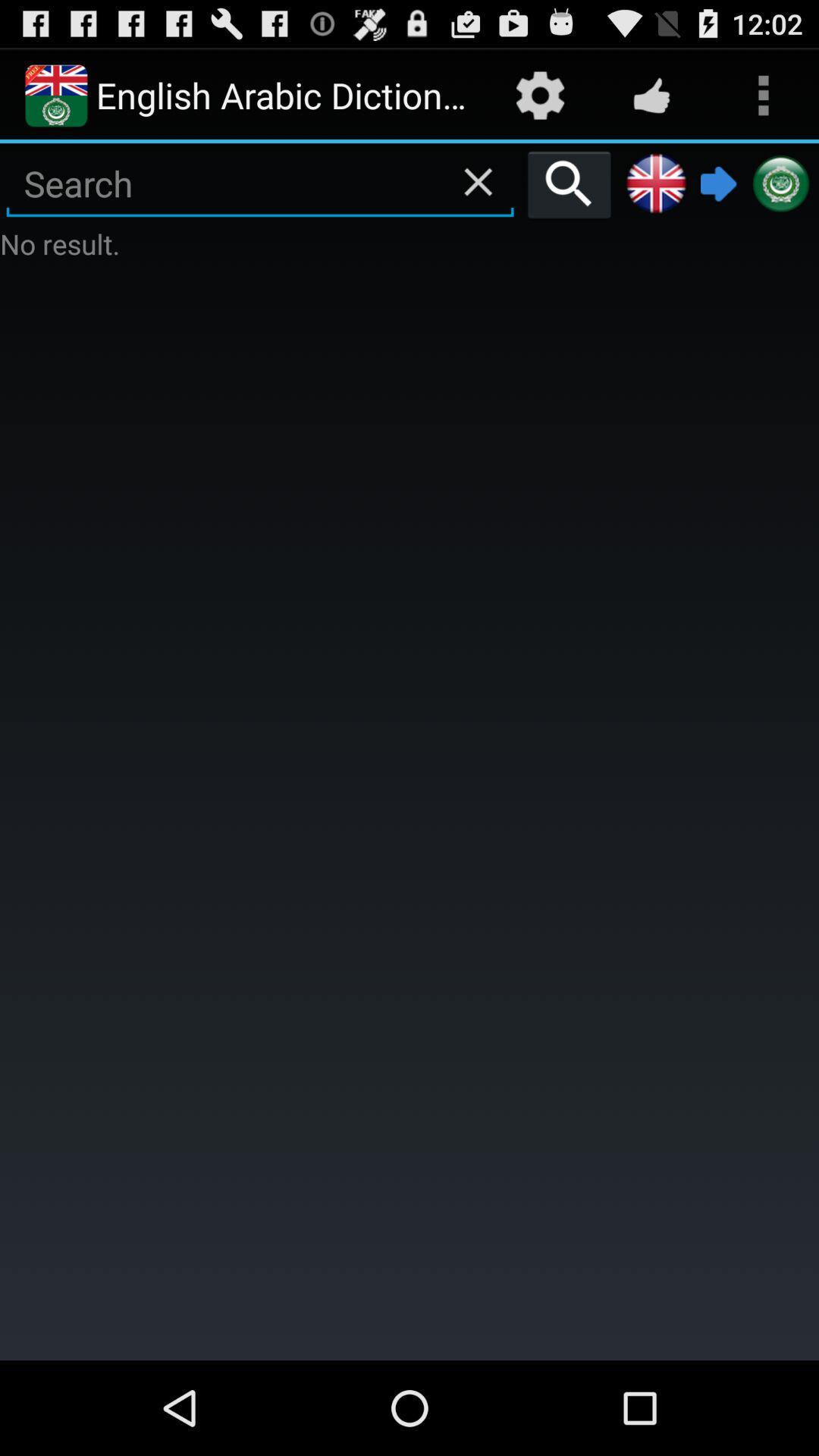 The width and height of the screenshot is (819, 1456). What do you see at coordinates (478, 193) in the screenshot?
I see `the close icon` at bounding box center [478, 193].